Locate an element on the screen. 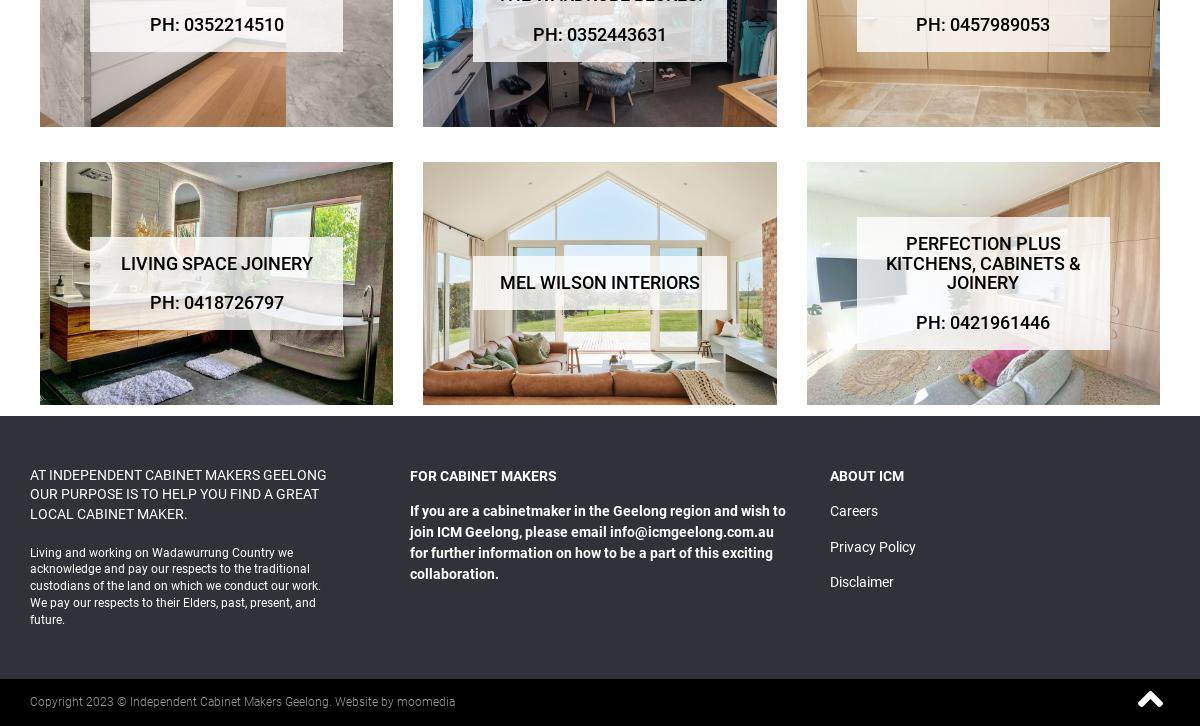  'Living and working on Wadawurrung Country
we acknowledge and pay our respects to the traditional custodians of the land on which we conduct our work. We pay our respects to their Elders, past, present, and future.' is located at coordinates (174, 584).